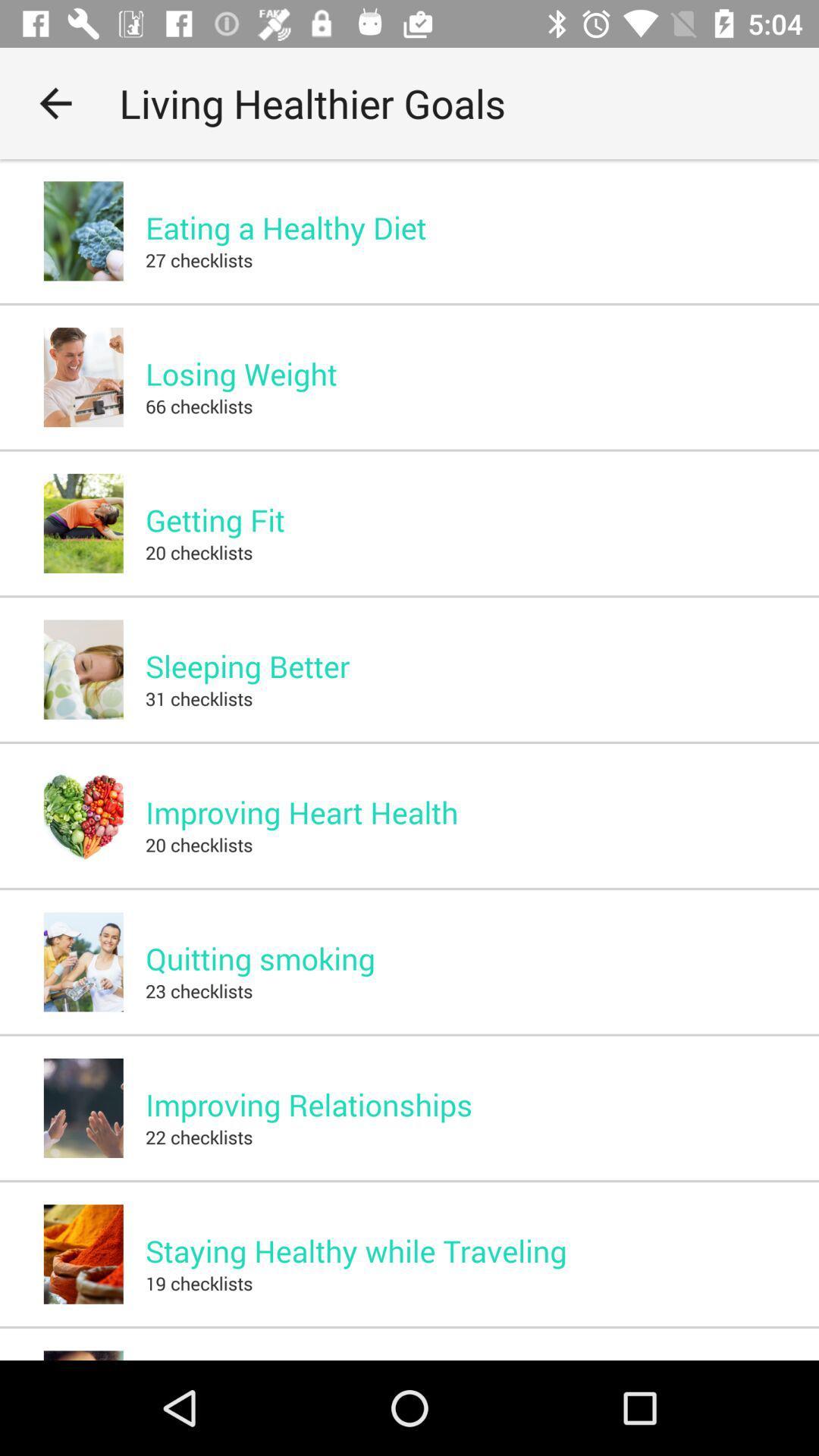 The height and width of the screenshot is (1456, 819). I want to click on icon next to the living healthier goals app, so click(55, 102).